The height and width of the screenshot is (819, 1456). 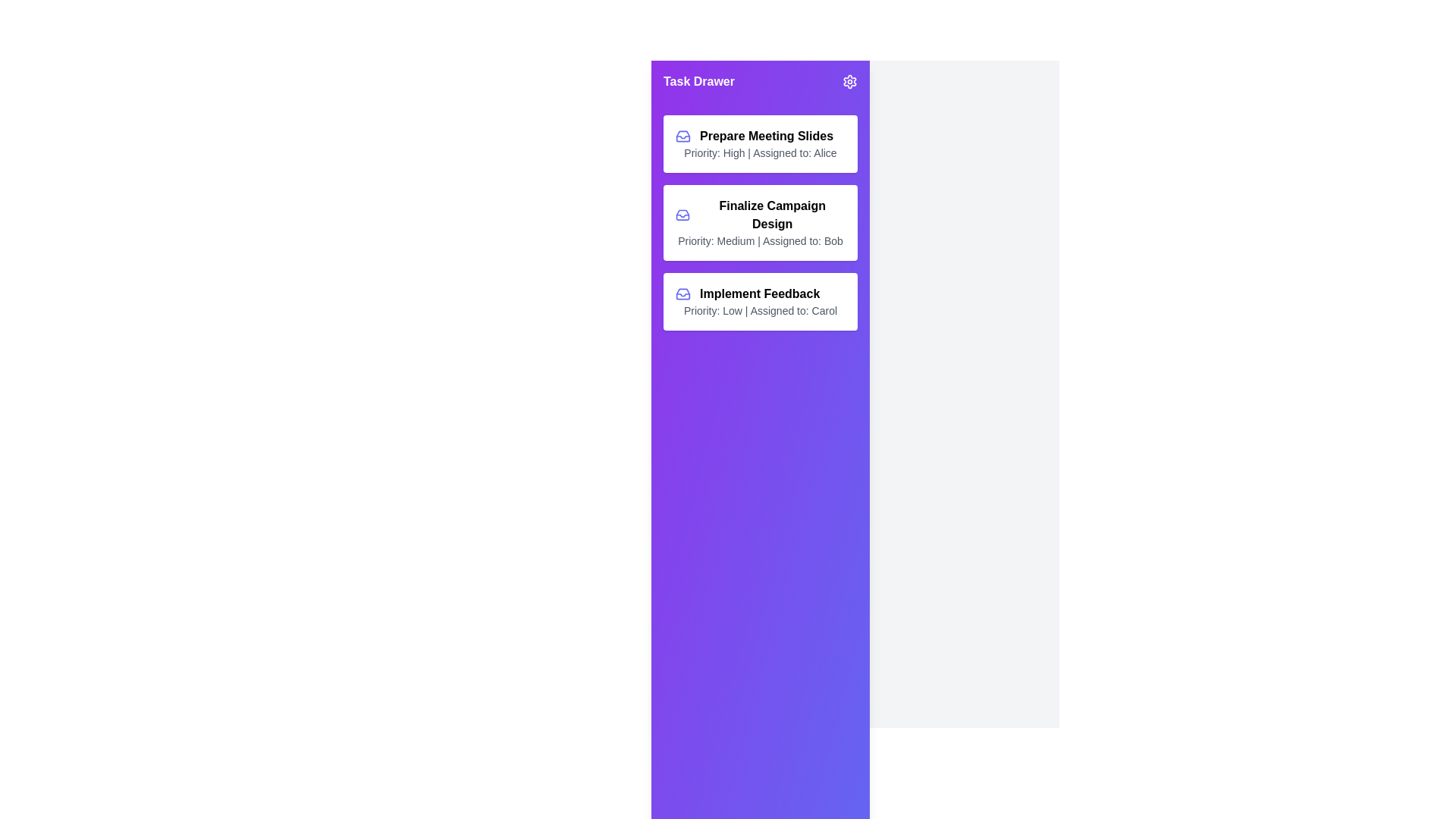 What do you see at coordinates (761, 143) in the screenshot?
I see `the task titled 'Prepare Meeting Slides' to interact with it` at bounding box center [761, 143].